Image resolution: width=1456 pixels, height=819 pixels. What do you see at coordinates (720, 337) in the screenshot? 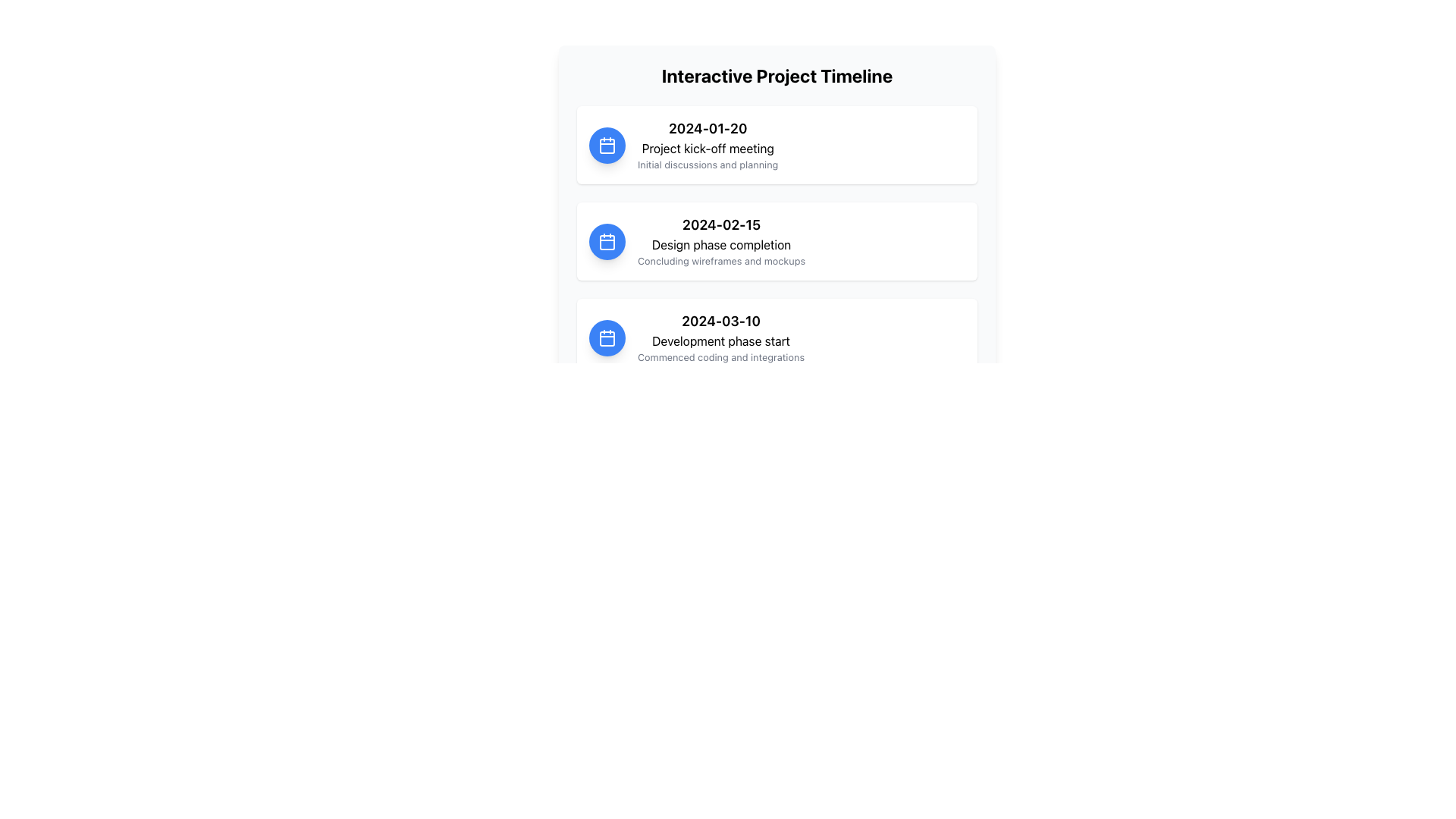
I see `text displayed in the third card of the vertical timeline layout, which summarizes the 'Development phase start' with the date '2024-03-10' and description 'Commenced coding and integrations'` at bounding box center [720, 337].